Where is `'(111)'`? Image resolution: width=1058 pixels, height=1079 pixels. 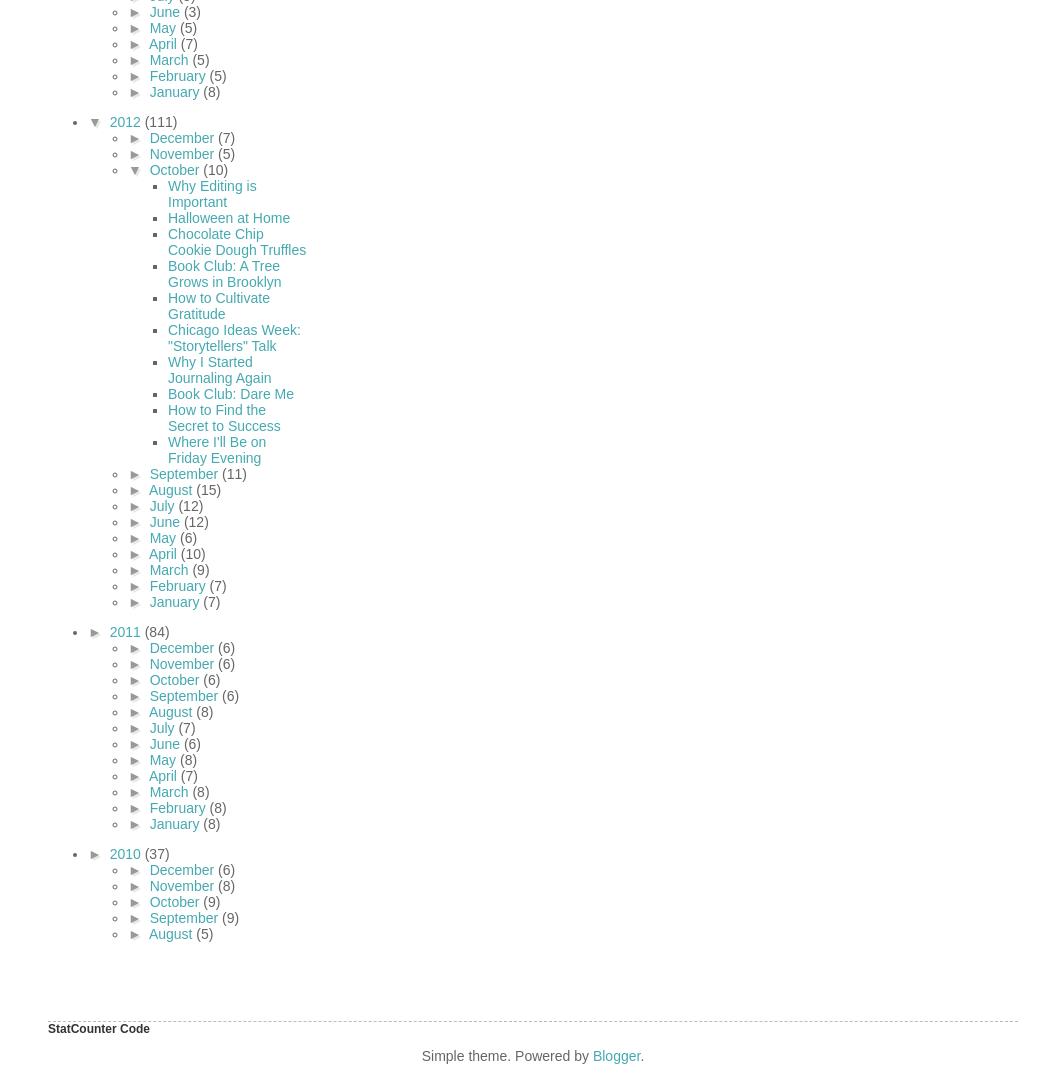
'(111)' is located at coordinates (159, 120).